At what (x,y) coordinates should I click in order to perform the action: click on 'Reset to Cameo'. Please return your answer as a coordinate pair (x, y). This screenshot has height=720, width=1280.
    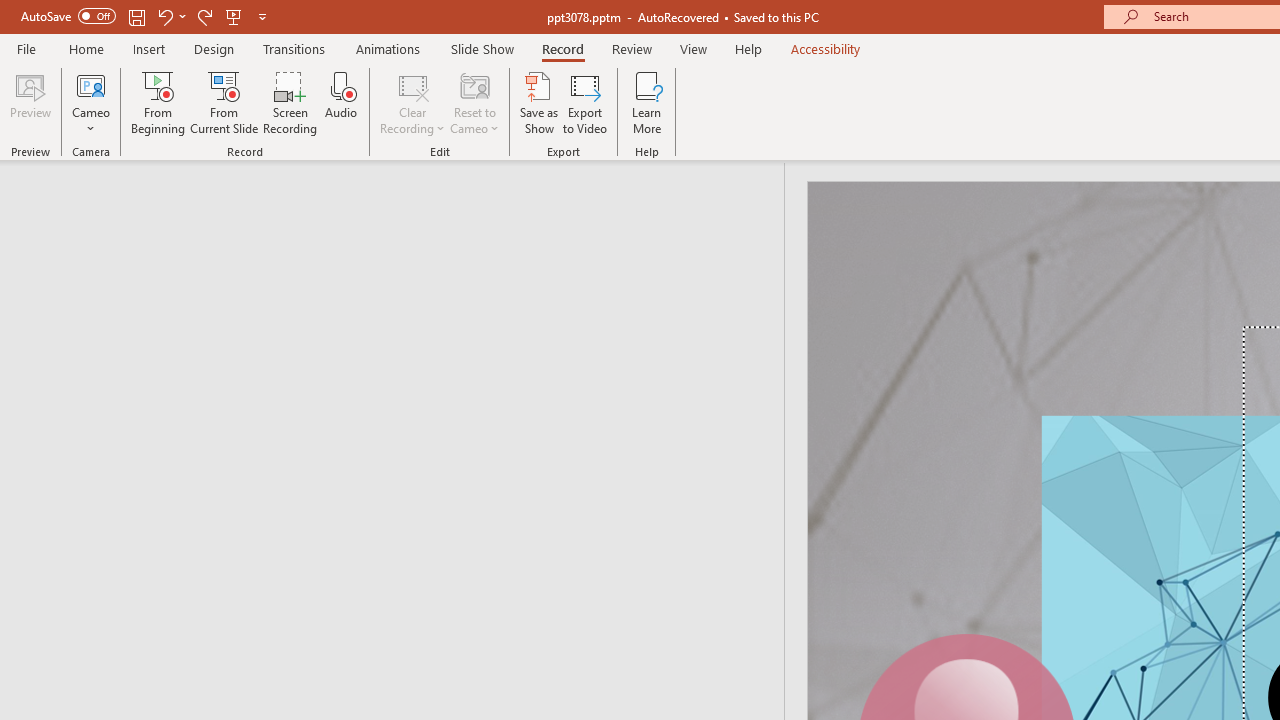
    Looking at the image, I should click on (473, 103).